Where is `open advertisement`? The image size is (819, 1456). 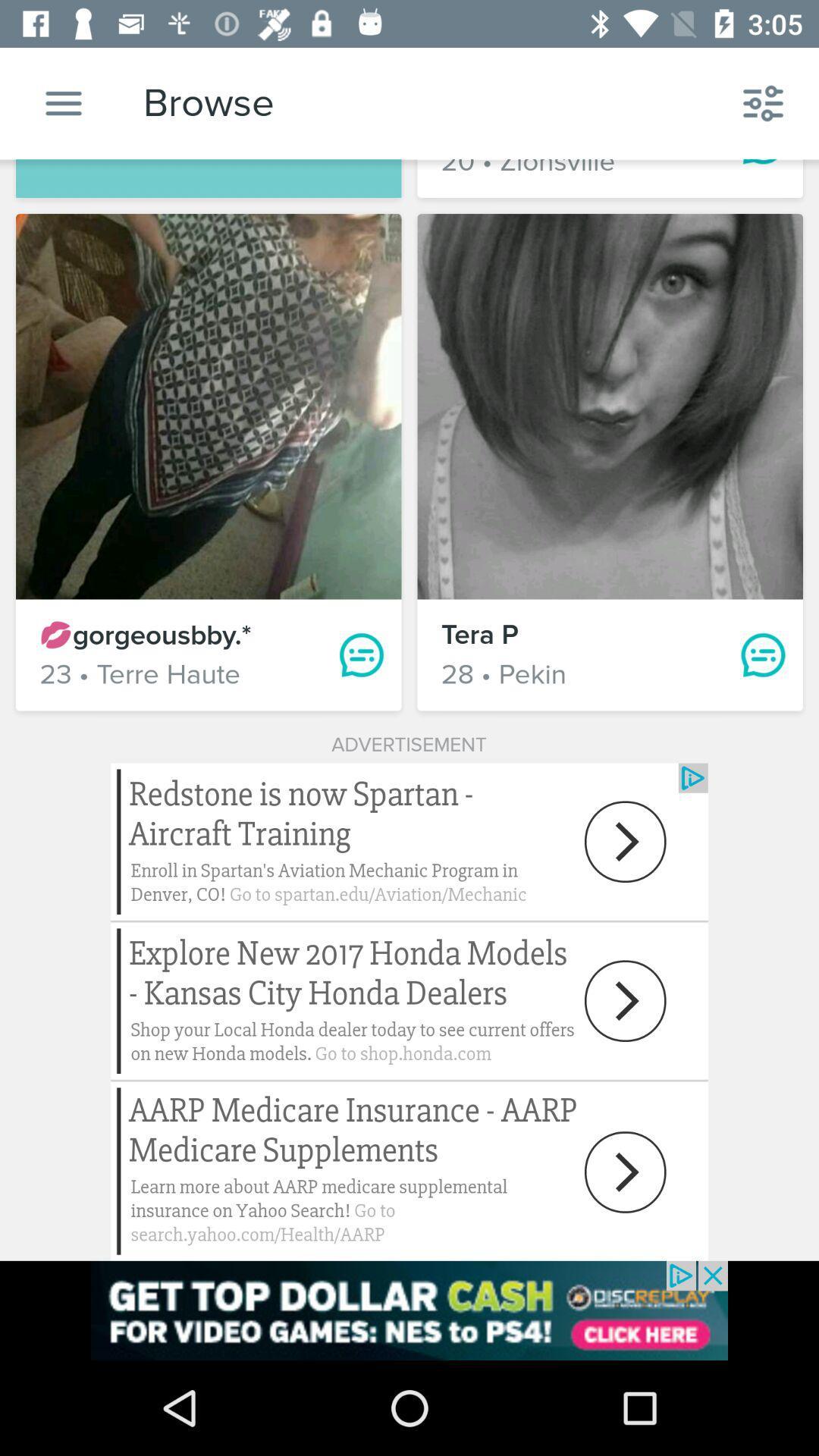
open advertisement is located at coordinates (409, 1310).